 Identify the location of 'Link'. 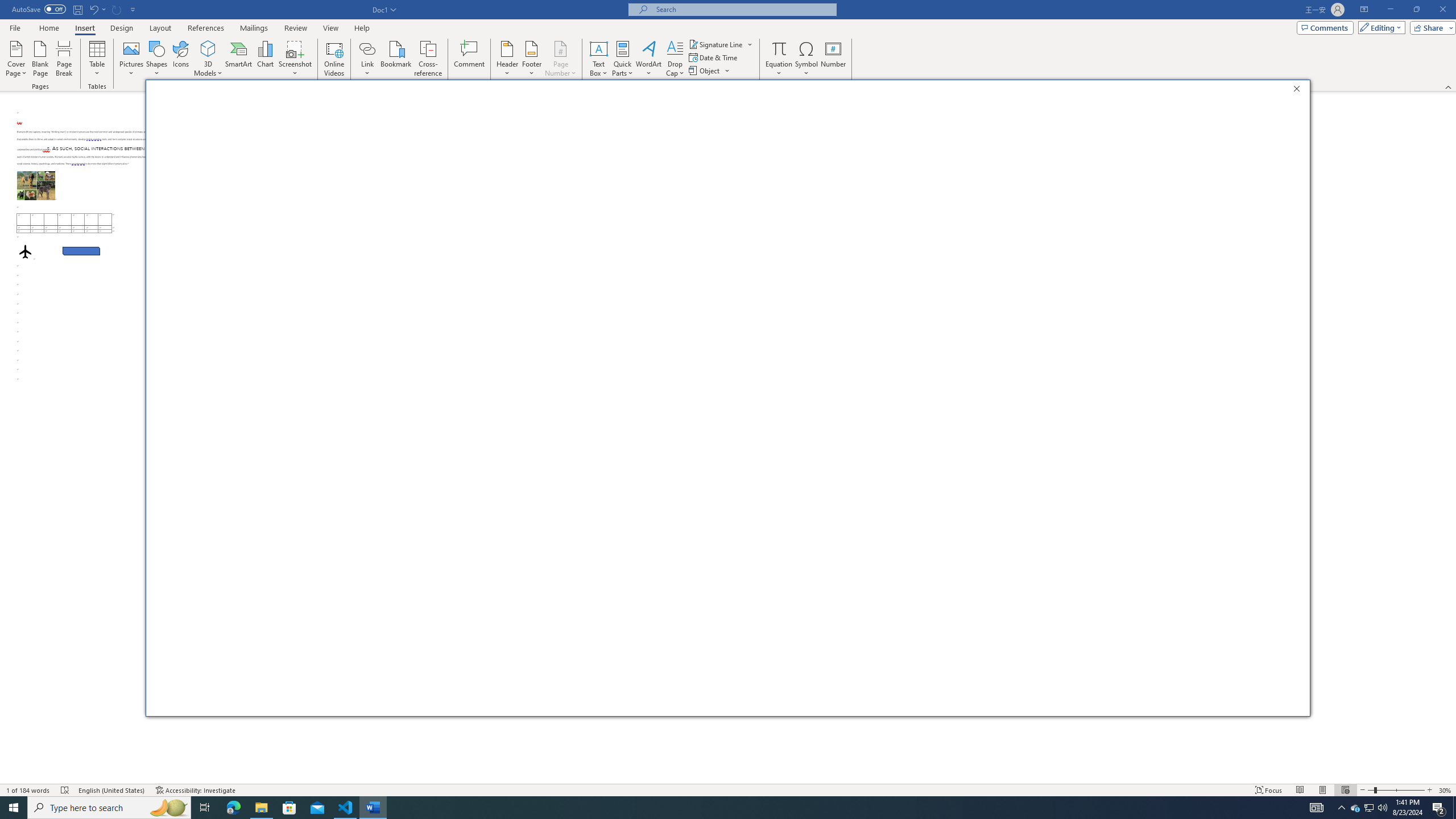
(367, 48).